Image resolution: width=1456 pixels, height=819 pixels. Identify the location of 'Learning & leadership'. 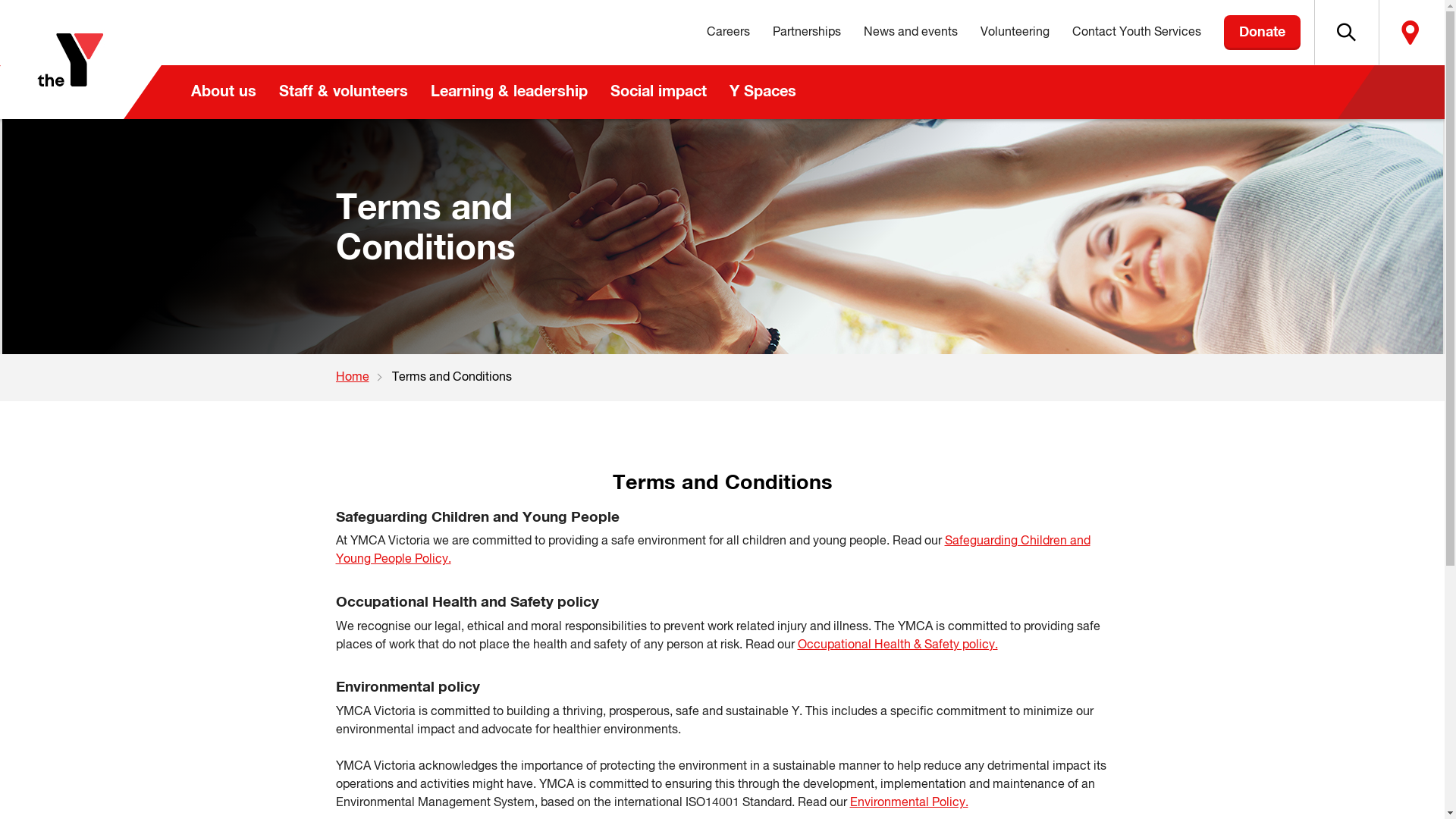
(508, 92).